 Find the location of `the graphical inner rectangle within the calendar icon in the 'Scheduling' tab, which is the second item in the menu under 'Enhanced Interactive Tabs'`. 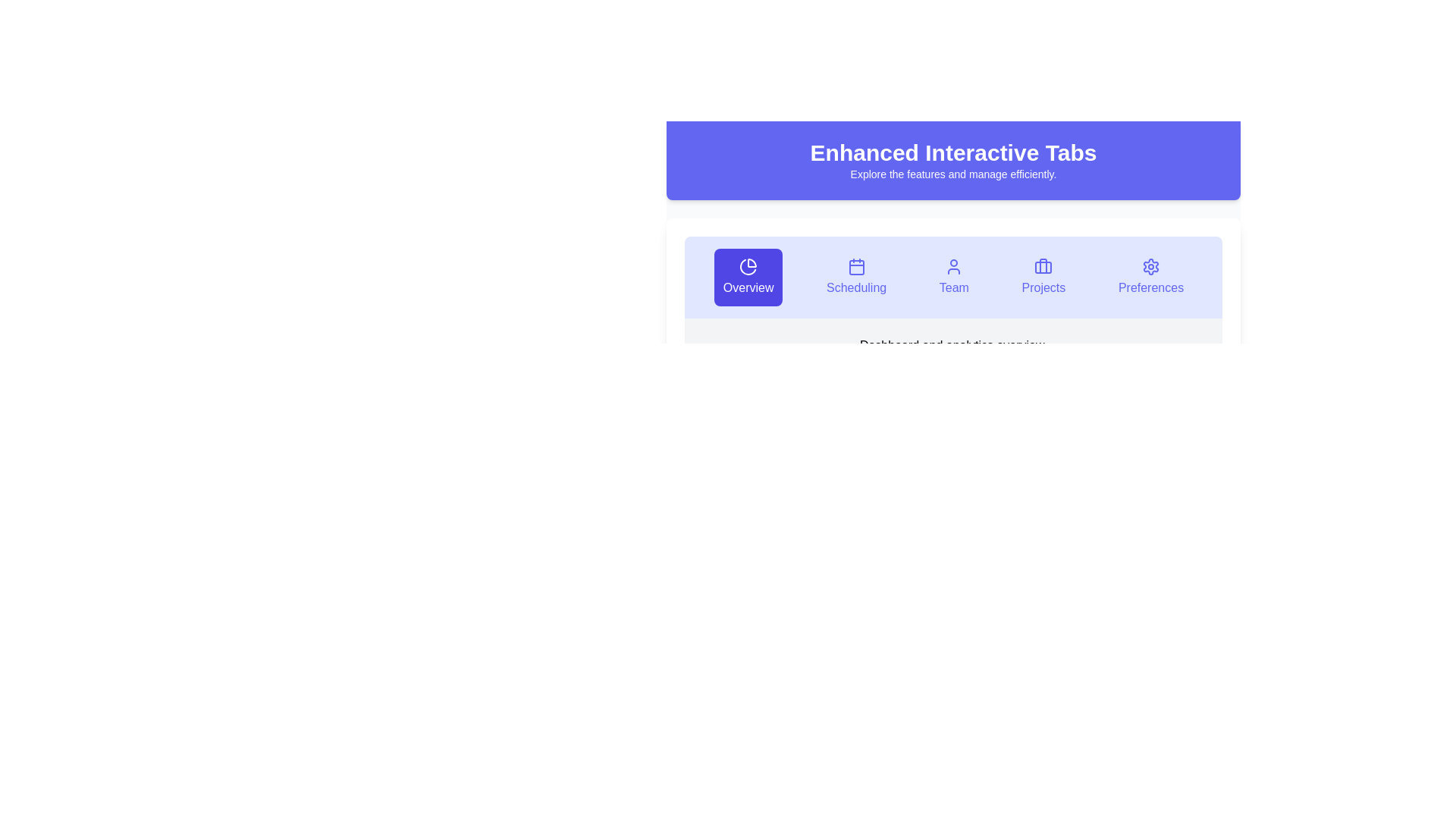

the graphical inner rectangle within the calendar icon in the 'Scheduling' tab, which is the second item in the menu under 'Enhanced Interactive Tabs' is located at coordinates (856, 267).